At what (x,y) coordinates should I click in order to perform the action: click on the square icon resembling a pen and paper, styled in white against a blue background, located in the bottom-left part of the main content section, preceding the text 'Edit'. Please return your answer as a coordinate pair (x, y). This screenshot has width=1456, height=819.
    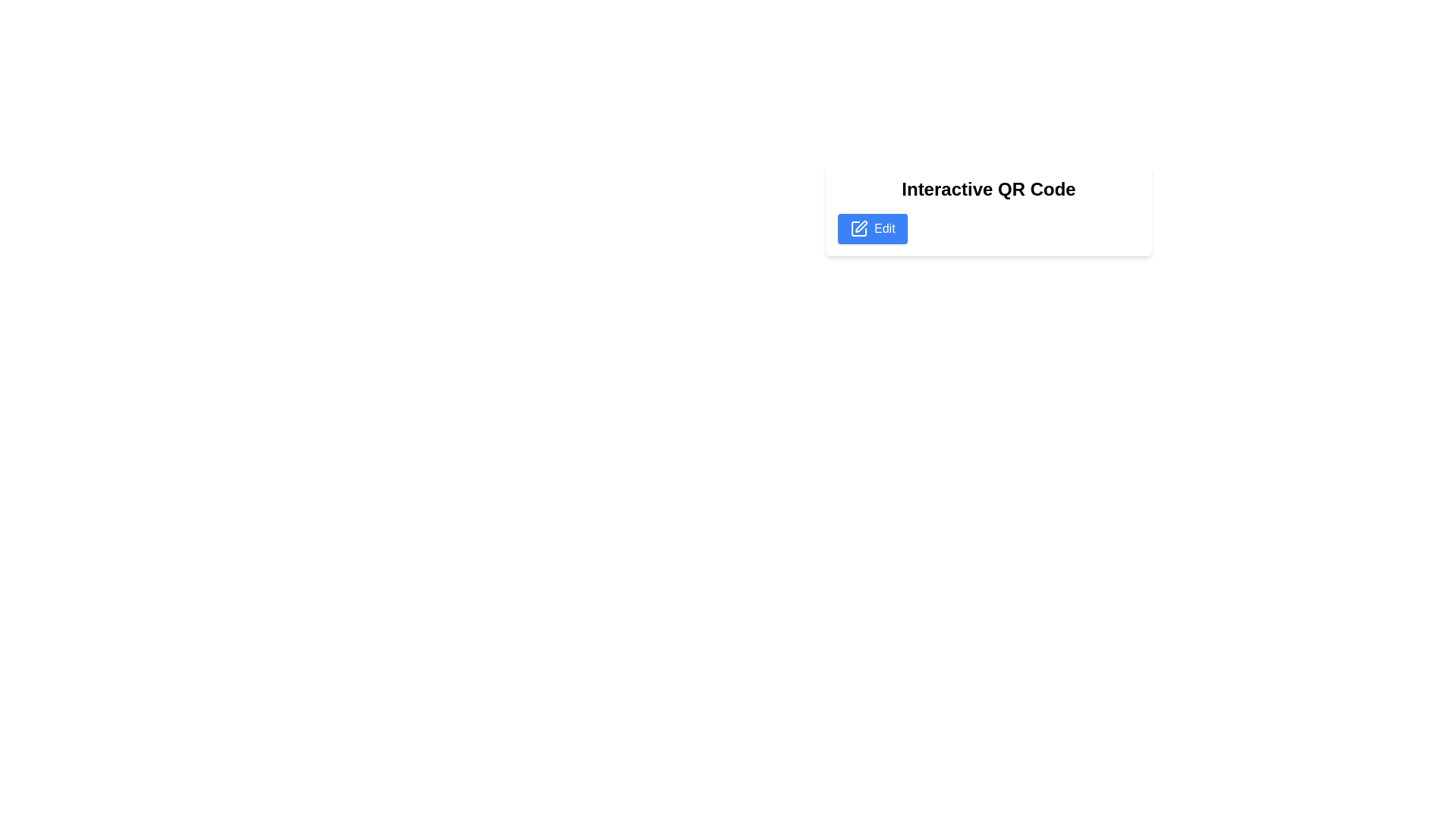
    Looking at the image, I should click on (858, 228).